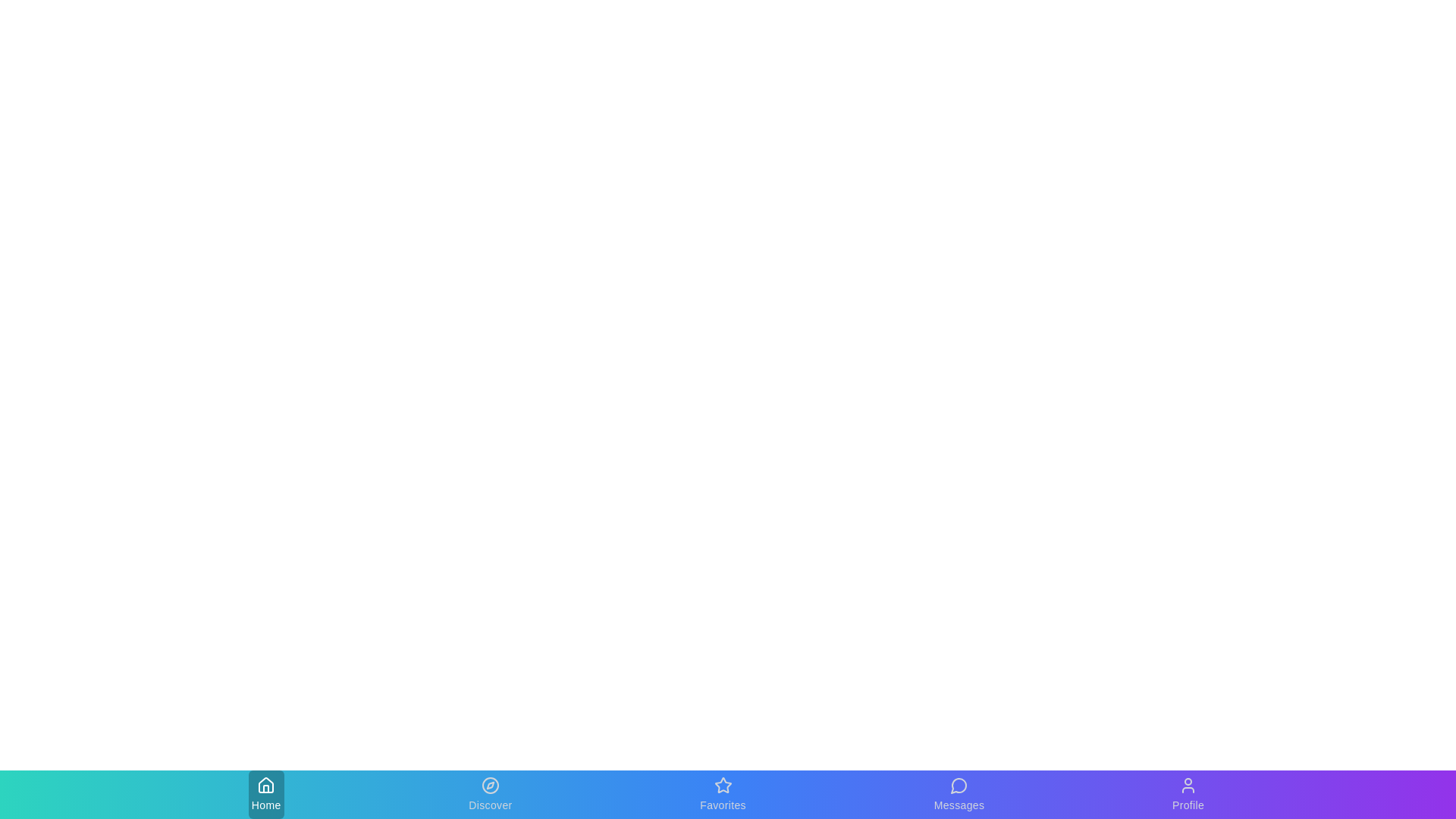 This screenshot has height=819, width=1456. Describe the element at coordinates (265, 794) in the screenshot. I see `the tab named Home` at that location.